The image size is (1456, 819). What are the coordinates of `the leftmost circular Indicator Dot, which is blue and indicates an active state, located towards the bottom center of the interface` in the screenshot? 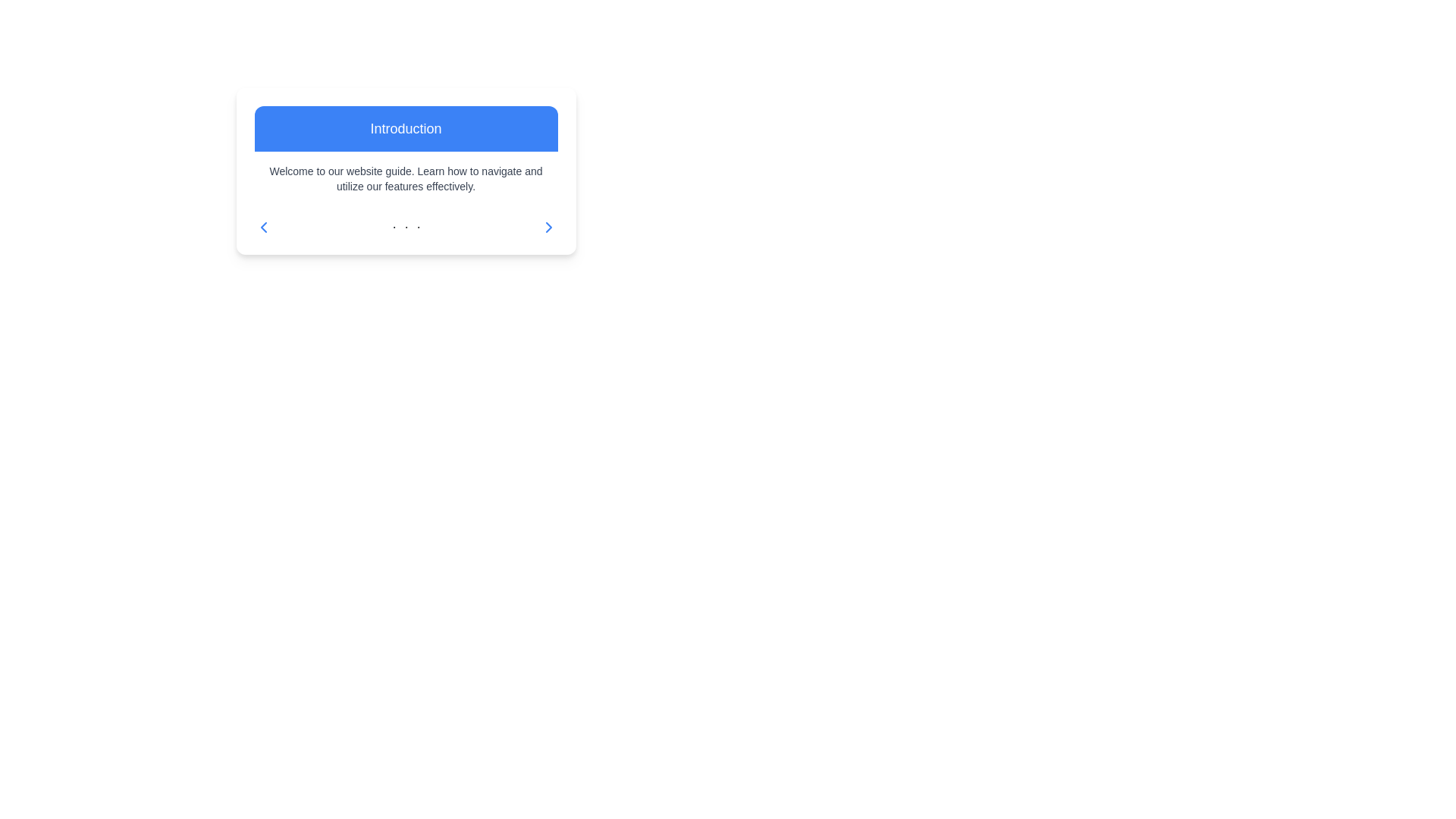 It's located at (394, 227).